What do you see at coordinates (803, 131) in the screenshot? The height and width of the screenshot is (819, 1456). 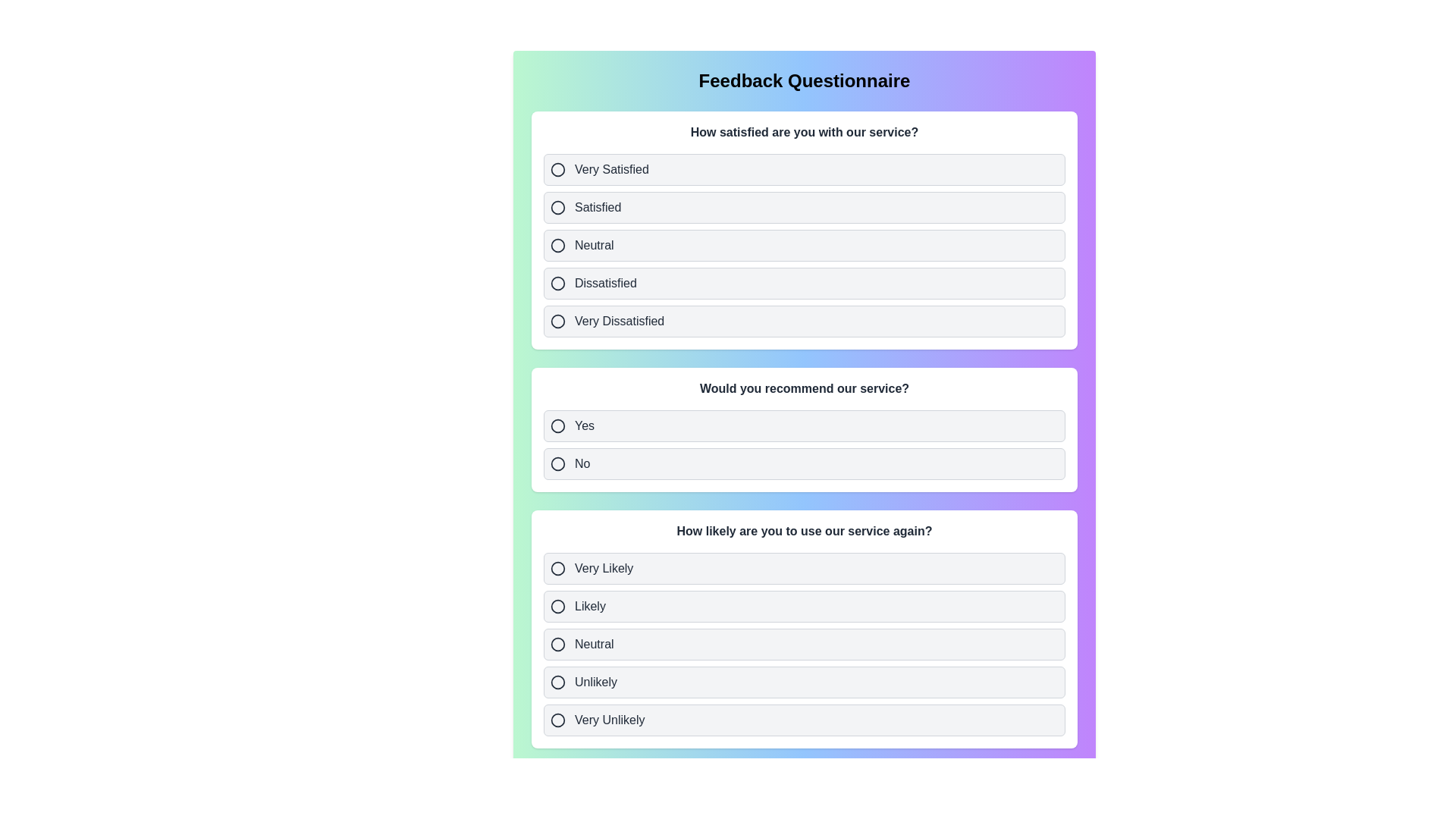 I see `the text of the question 'How satisfied are you with our service?'` at bounding box center [803, 131].